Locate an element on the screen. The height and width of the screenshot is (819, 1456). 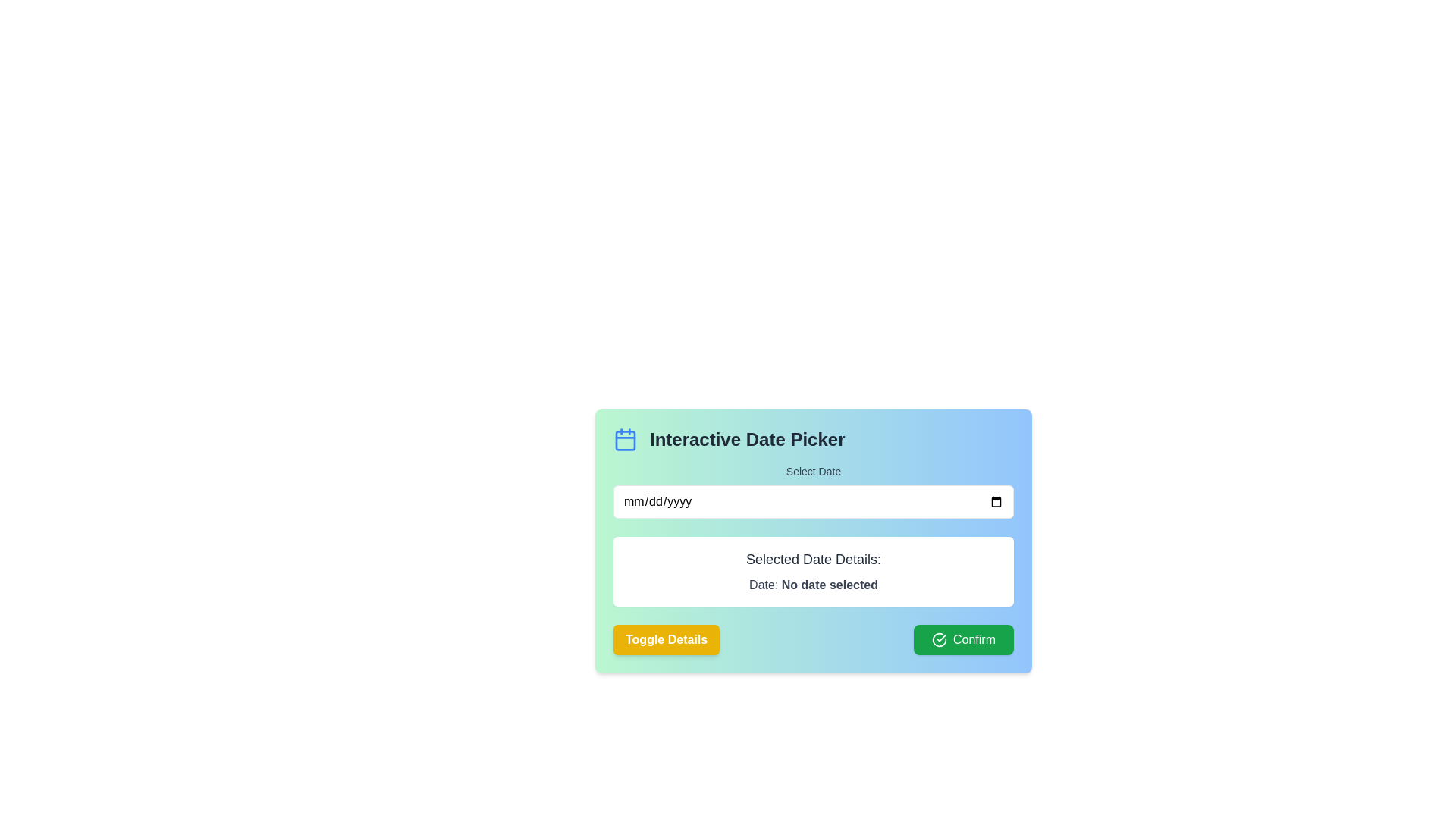
the descriptive text displaying 'Date: No date selected' located under the 'Selected Date Details:' section is located at coordinates (813, 584).